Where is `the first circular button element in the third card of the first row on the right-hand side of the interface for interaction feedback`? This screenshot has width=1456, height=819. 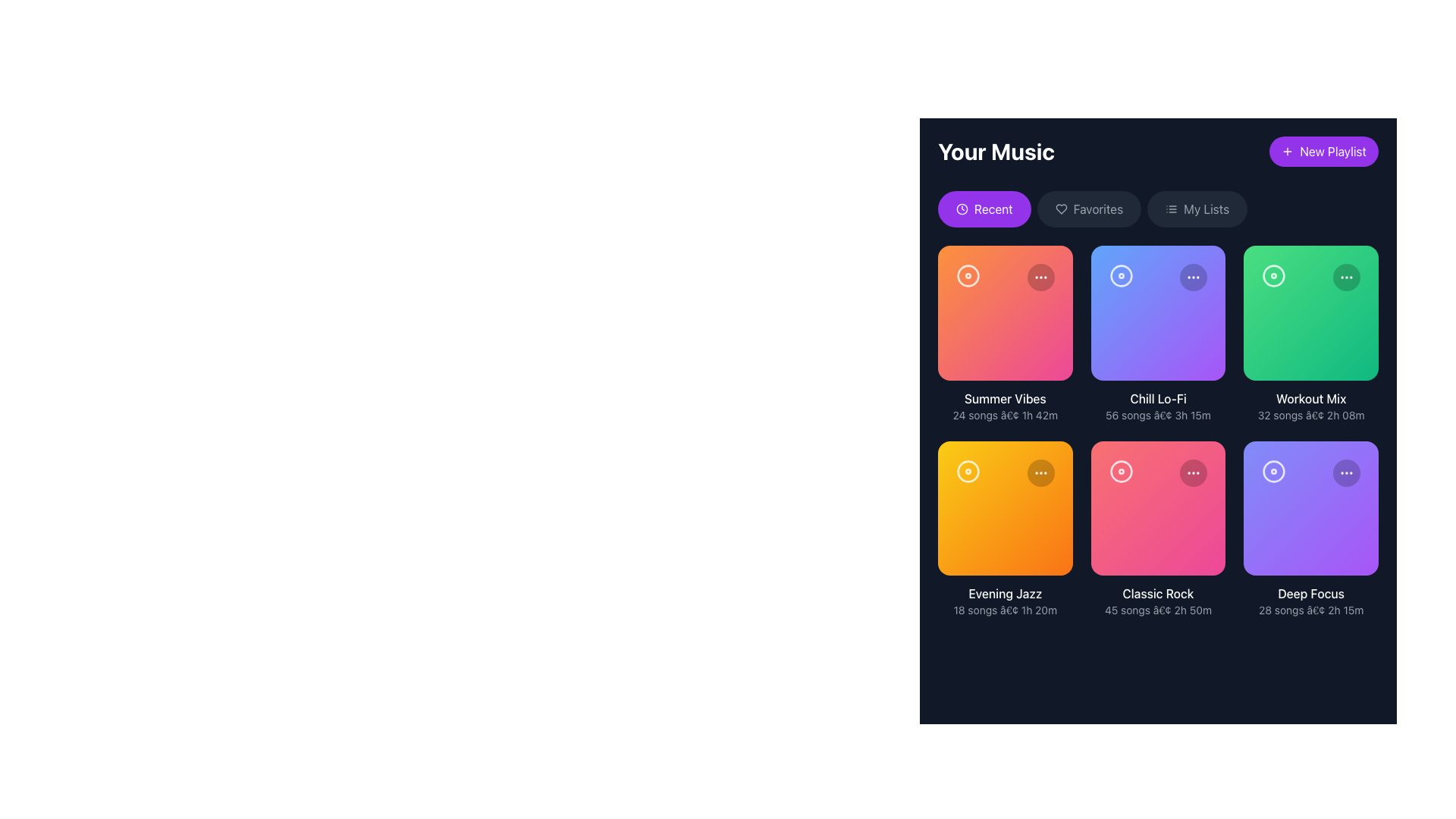 the first circular button element in the third card of the first row on the right-hand side of the interface for interaction feedback is located at coordinates (1121, 275).